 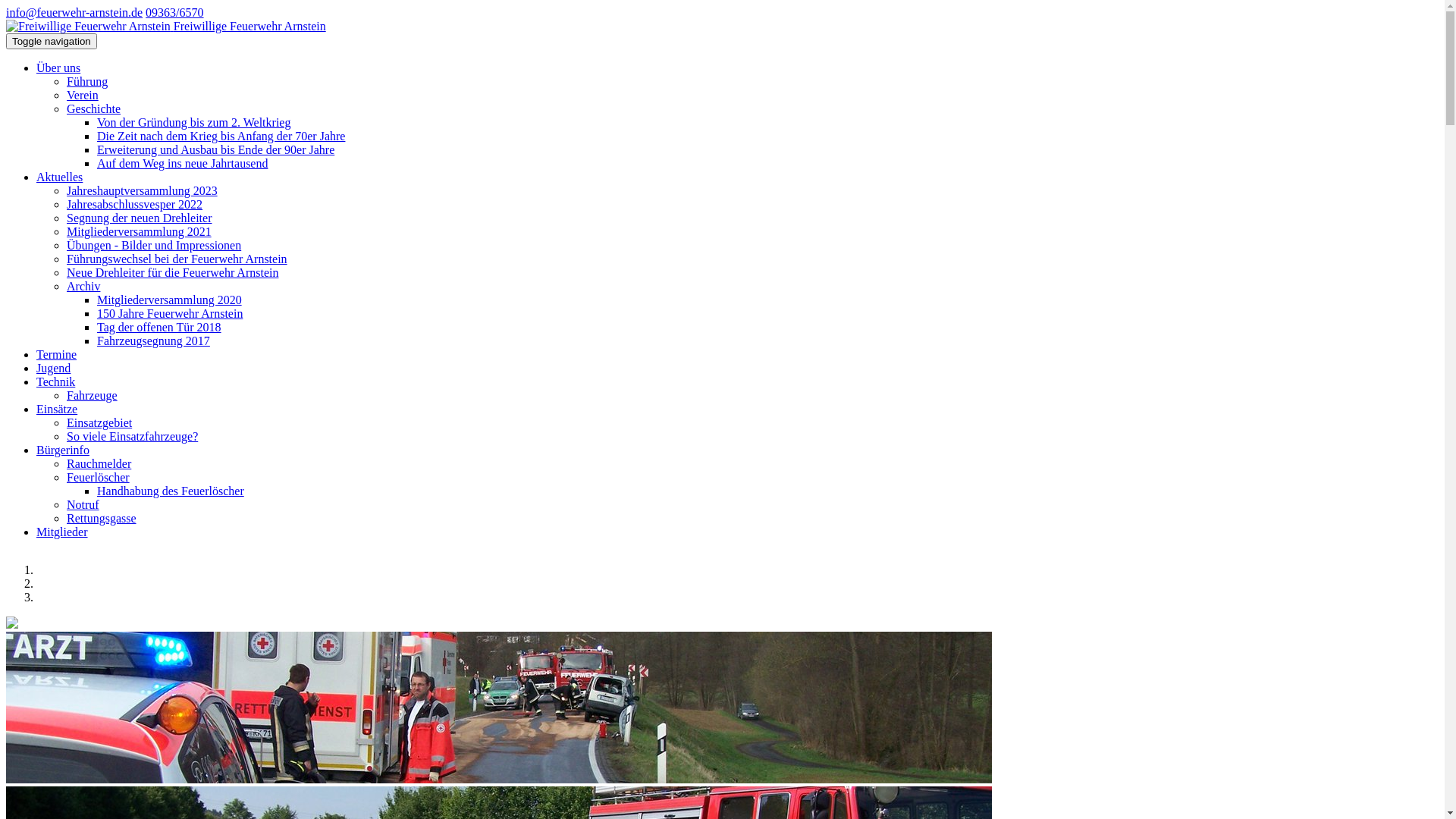 What do you see at coordinates (220, 135) in the screenshot?
I see `'Die Zeit nach dem Krieg bis Anfang der 70er Jahre'` at bounding box center [220, 135].